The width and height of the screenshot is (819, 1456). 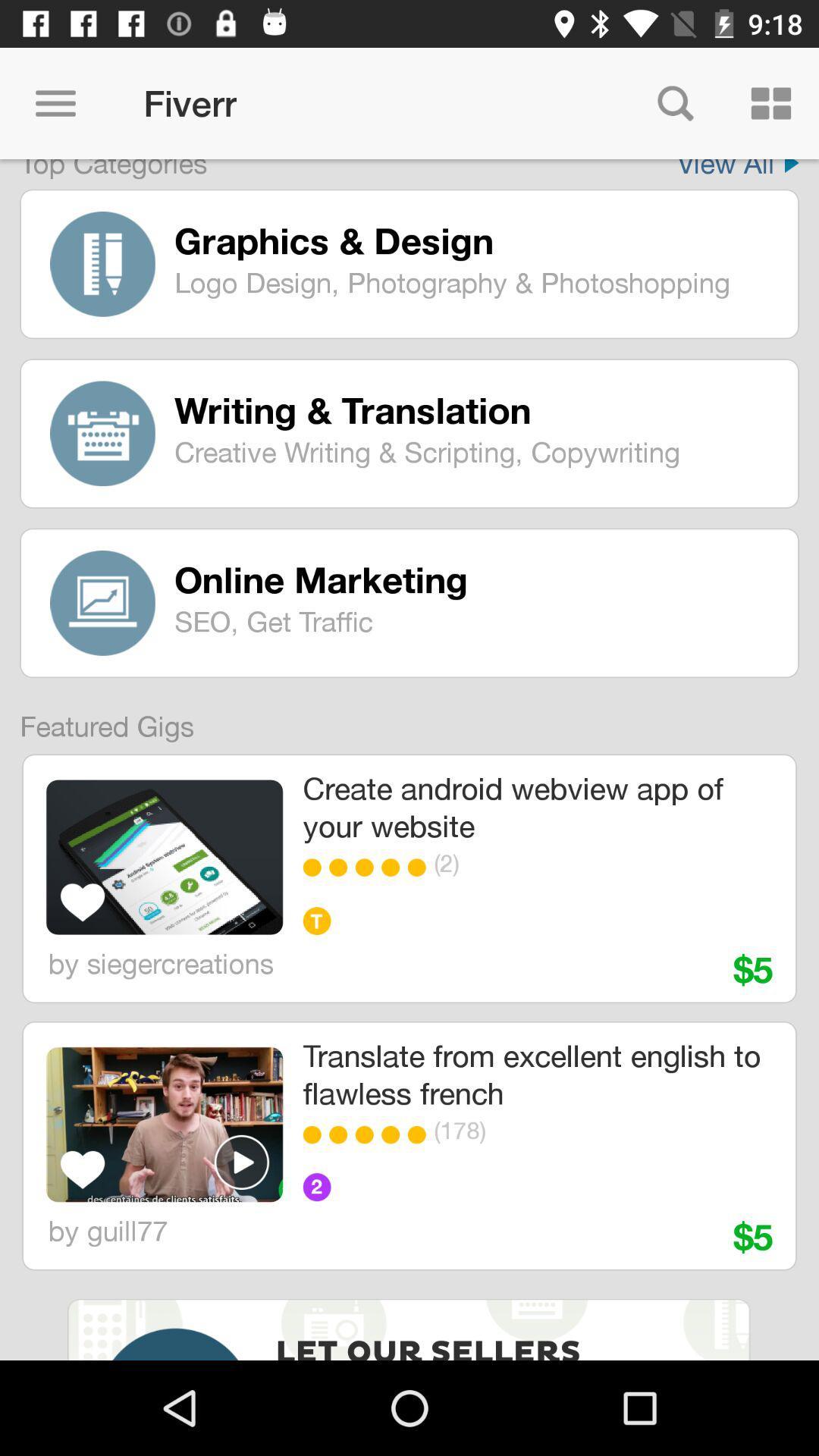 What do you see at coordinates (165, 857) in the screenshot?
I see `item below featured gigs icon` at bounding box center [165, 857].